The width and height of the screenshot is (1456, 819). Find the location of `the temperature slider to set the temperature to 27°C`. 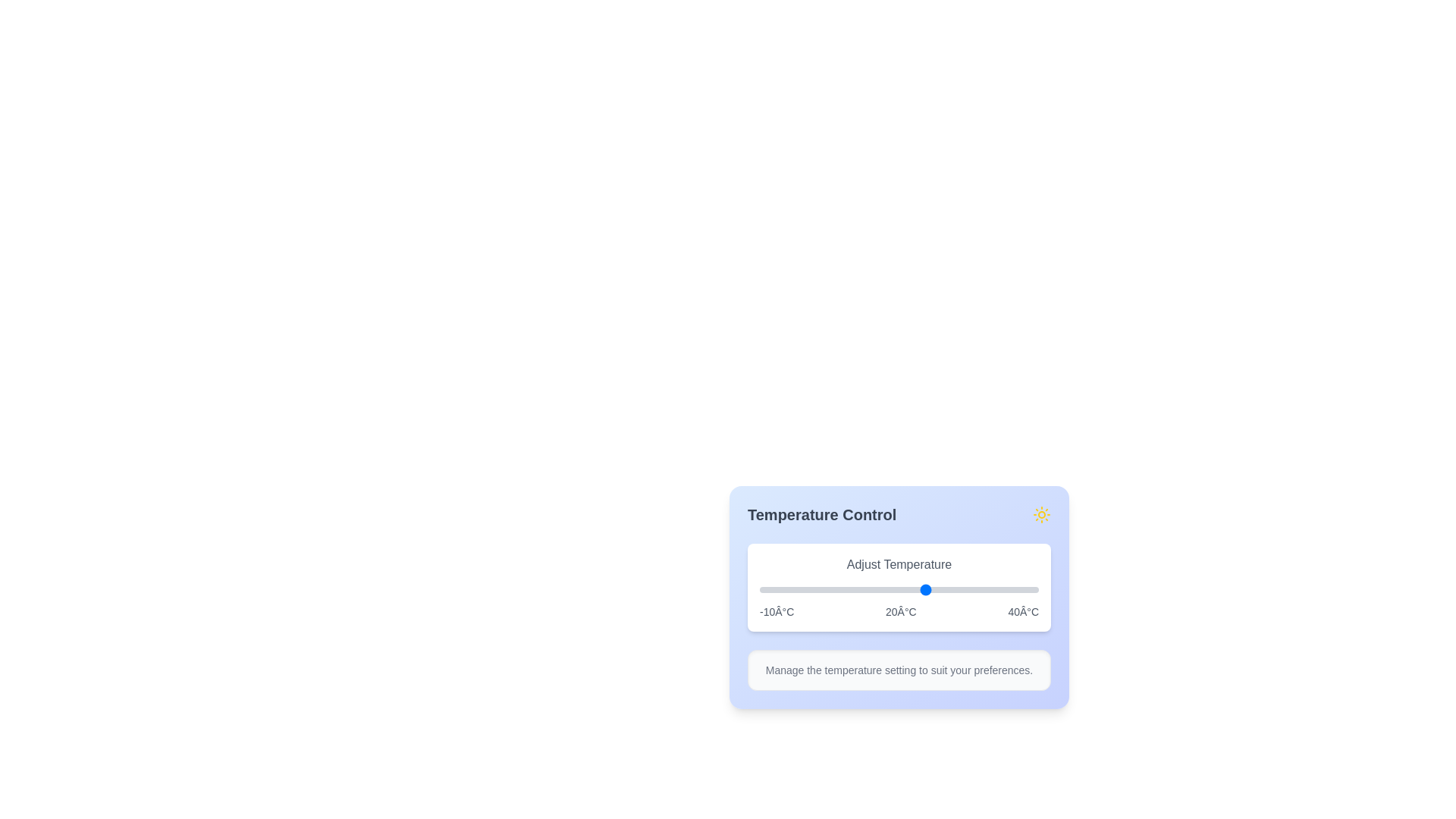

the temperature slider to set the temperature to 27°C is located at coordinates (965, 589).